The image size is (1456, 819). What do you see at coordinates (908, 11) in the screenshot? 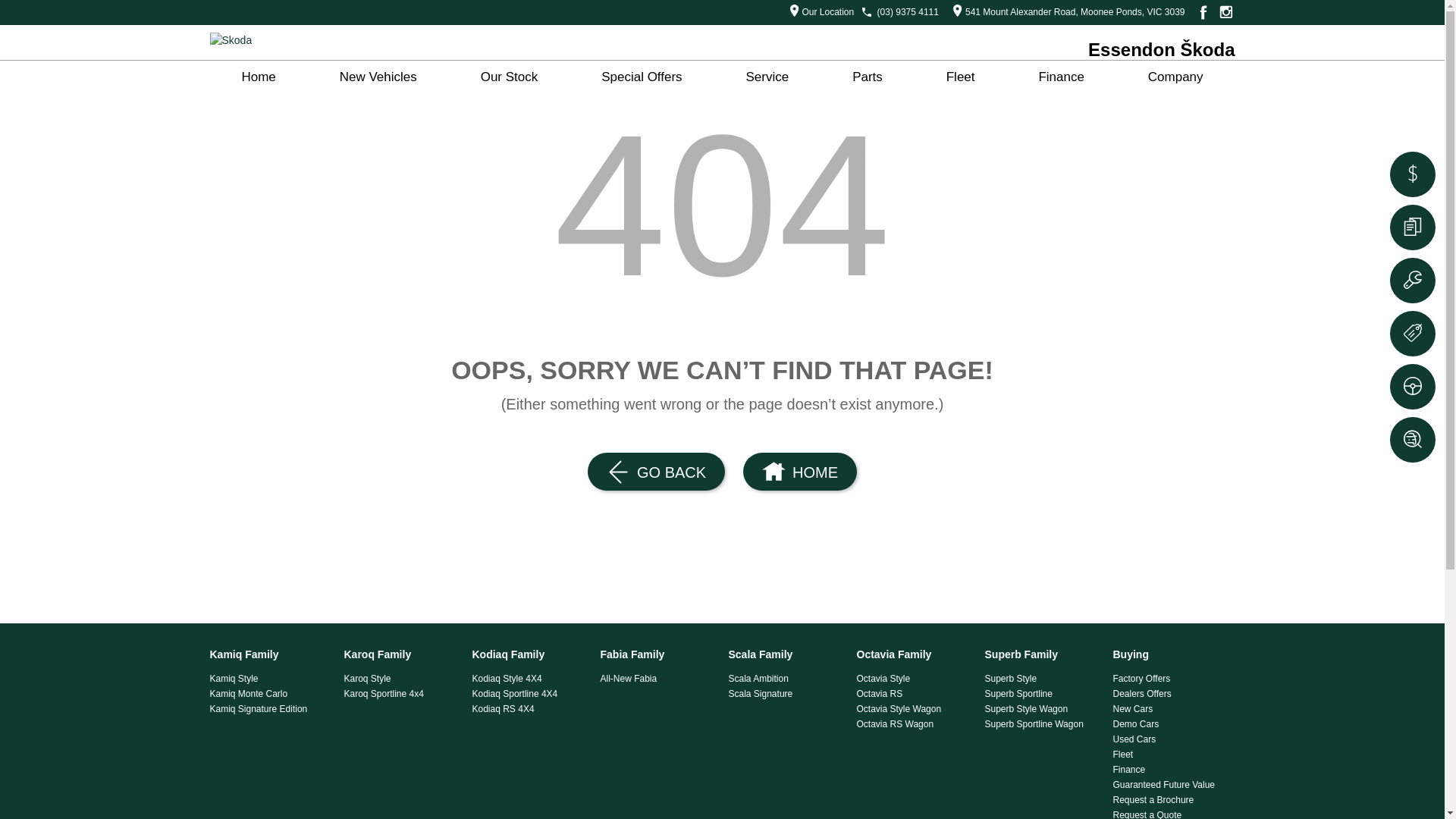
I see `'(03) 9375 4111'` at bounding box center [908, 11].